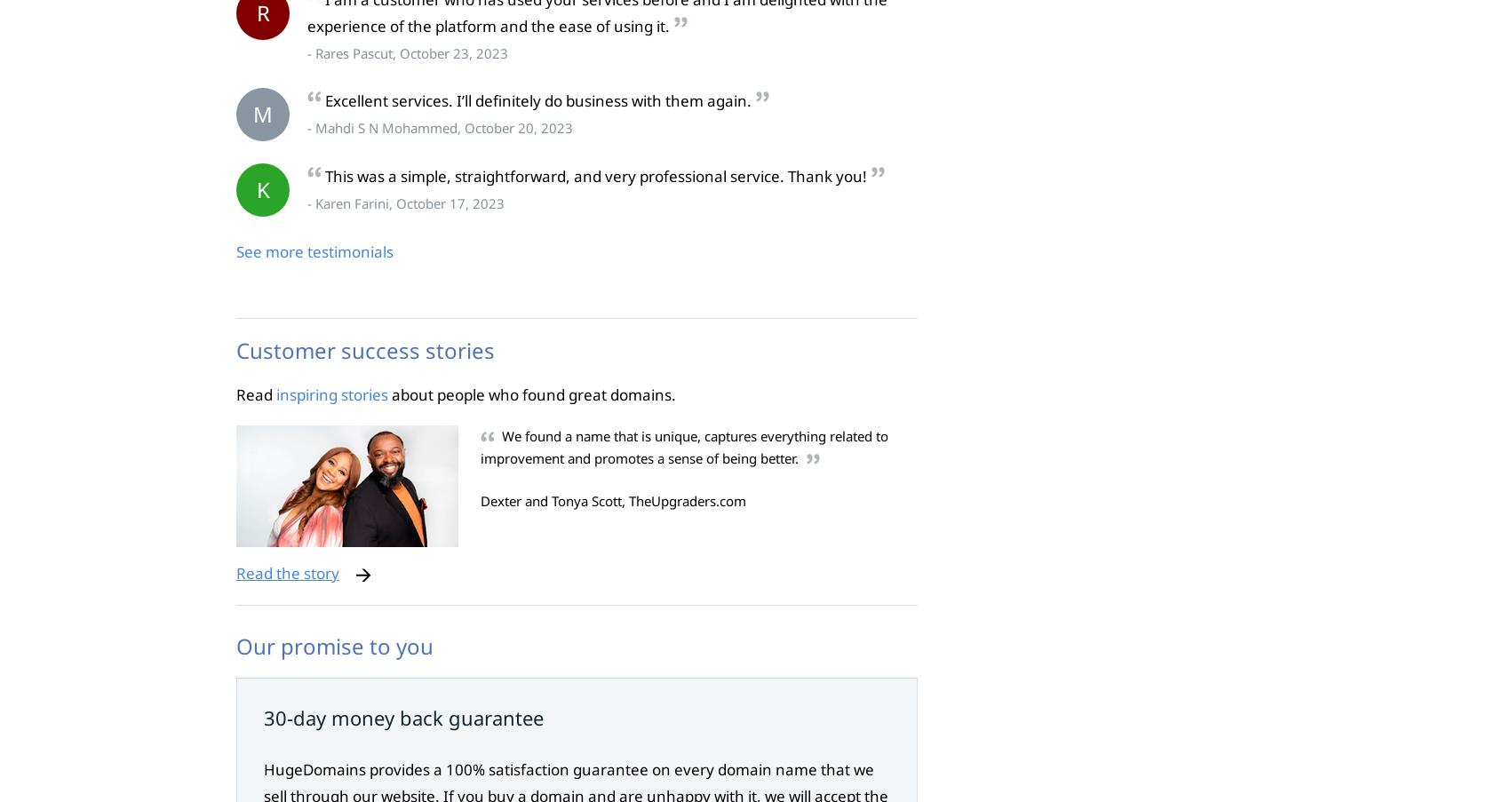  Describe the element at coordinates (538, 100) in the screenshot. I see `'Excellent services. I’ll definitely do business with them again.'` at that location.